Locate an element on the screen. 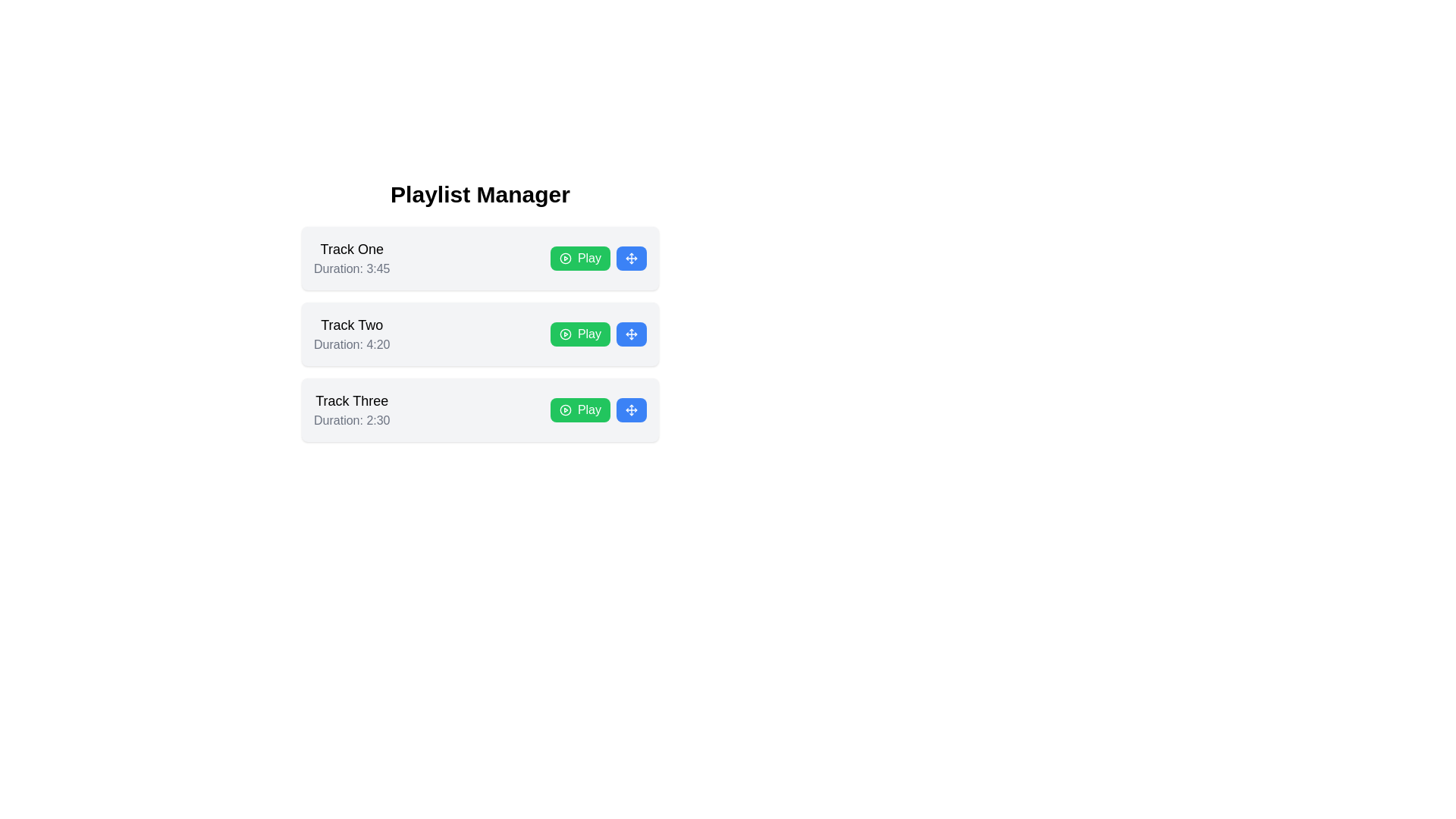 Image resolution: width=1456 pixels, height=819 pixels. text displayed in the large, bold header labeled 'Playlist Manager' located at the top of the interface is located at coordinates (479, 194).